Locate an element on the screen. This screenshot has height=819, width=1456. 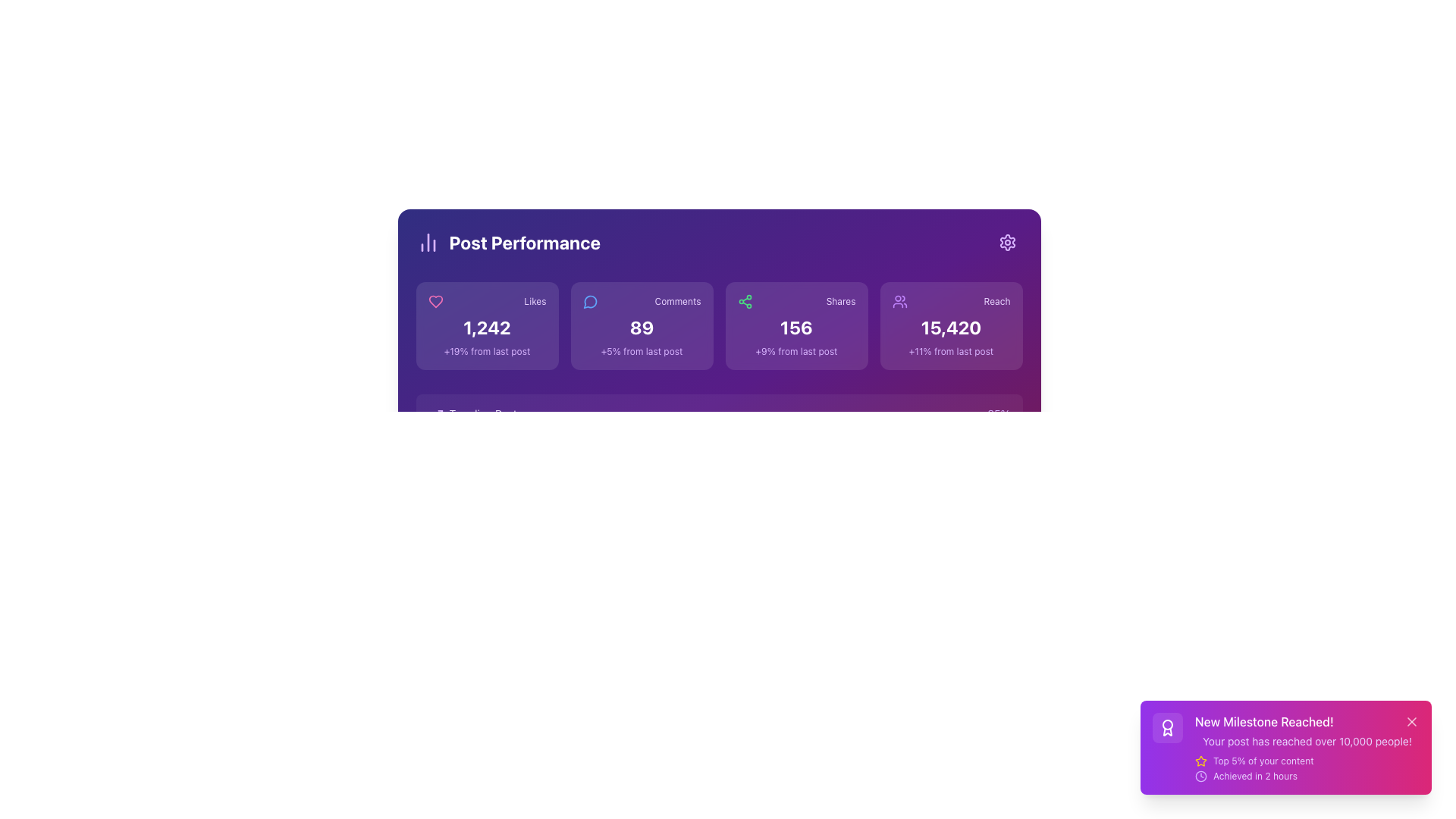
the close button ('X') on the top-right corner of the notification banner that indicates 'New Milestone Reached!' is located at coordinates (1411, 721).